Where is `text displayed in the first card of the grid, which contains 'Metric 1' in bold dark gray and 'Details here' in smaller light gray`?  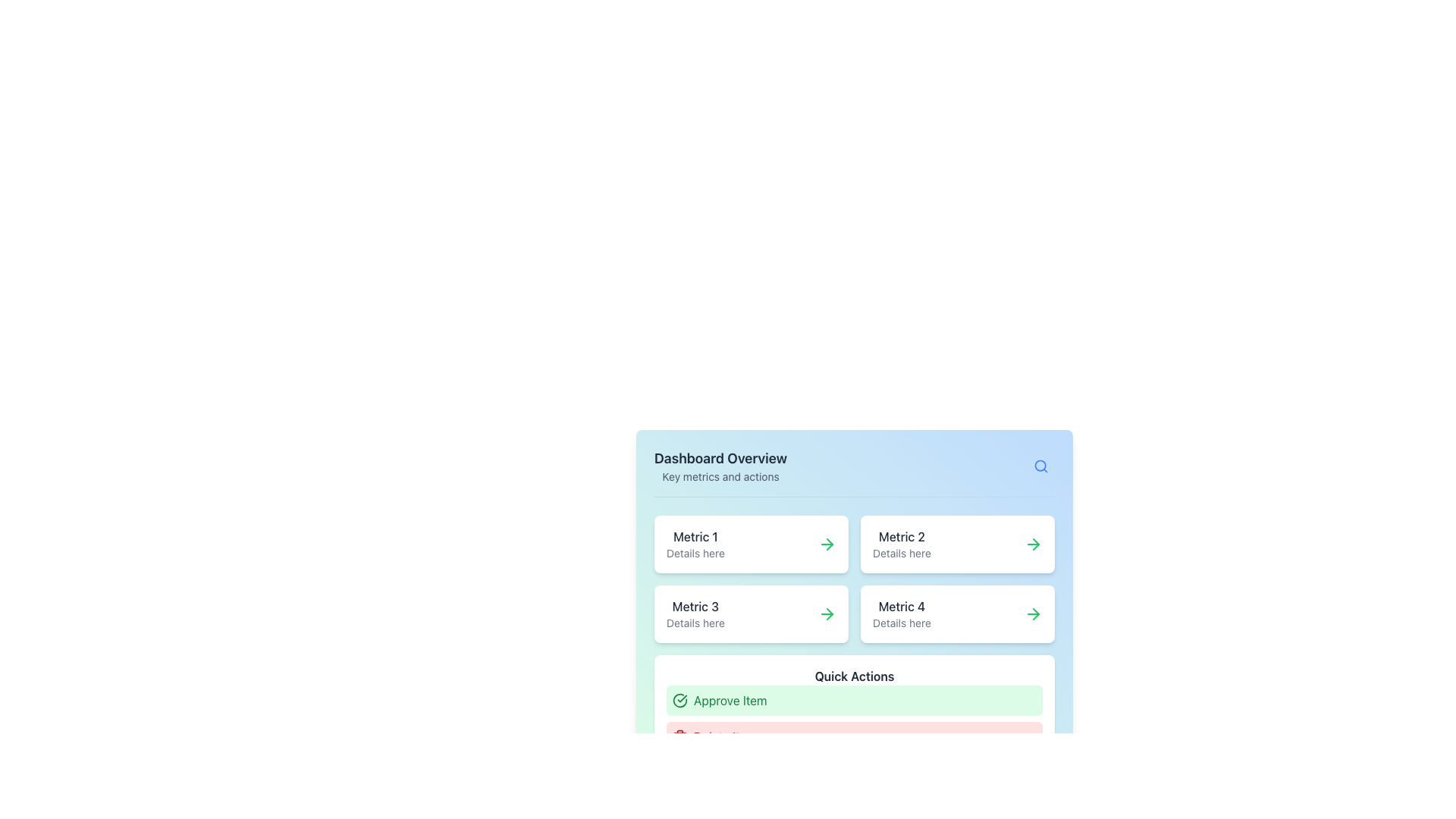
text displayed in the first card of the grid, which contains 'Metric 1' in bold dark gray and 'Details here' in smaller light gray is located at coordinates (695, 543).